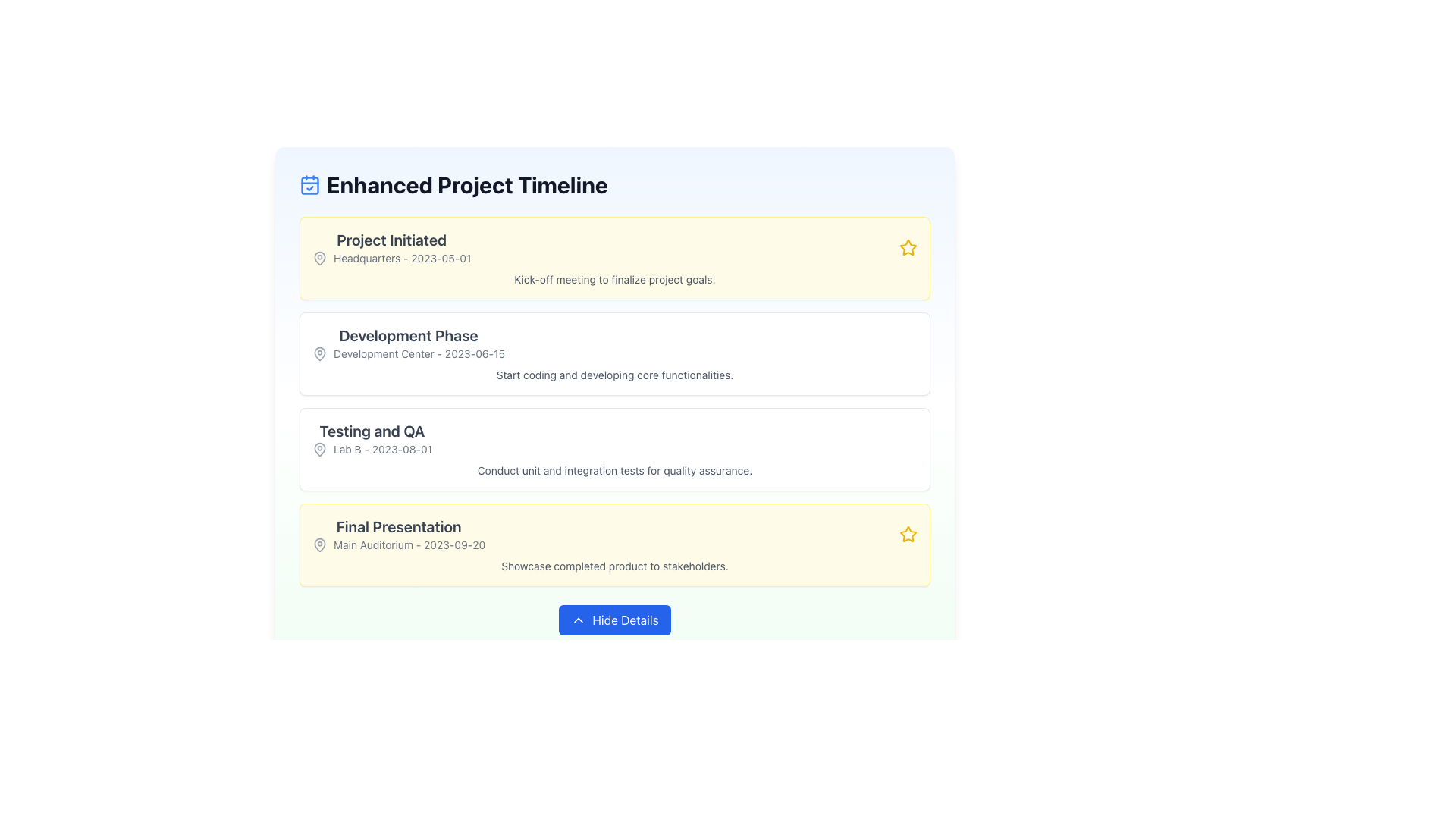 The width and height of the screenshot is (1456, 819). I want to click on the purpose of the 'Final Presentation' event card in the project timeline, which is positioned as the last card below the 'Testing and QA' card, so click(615, 544).